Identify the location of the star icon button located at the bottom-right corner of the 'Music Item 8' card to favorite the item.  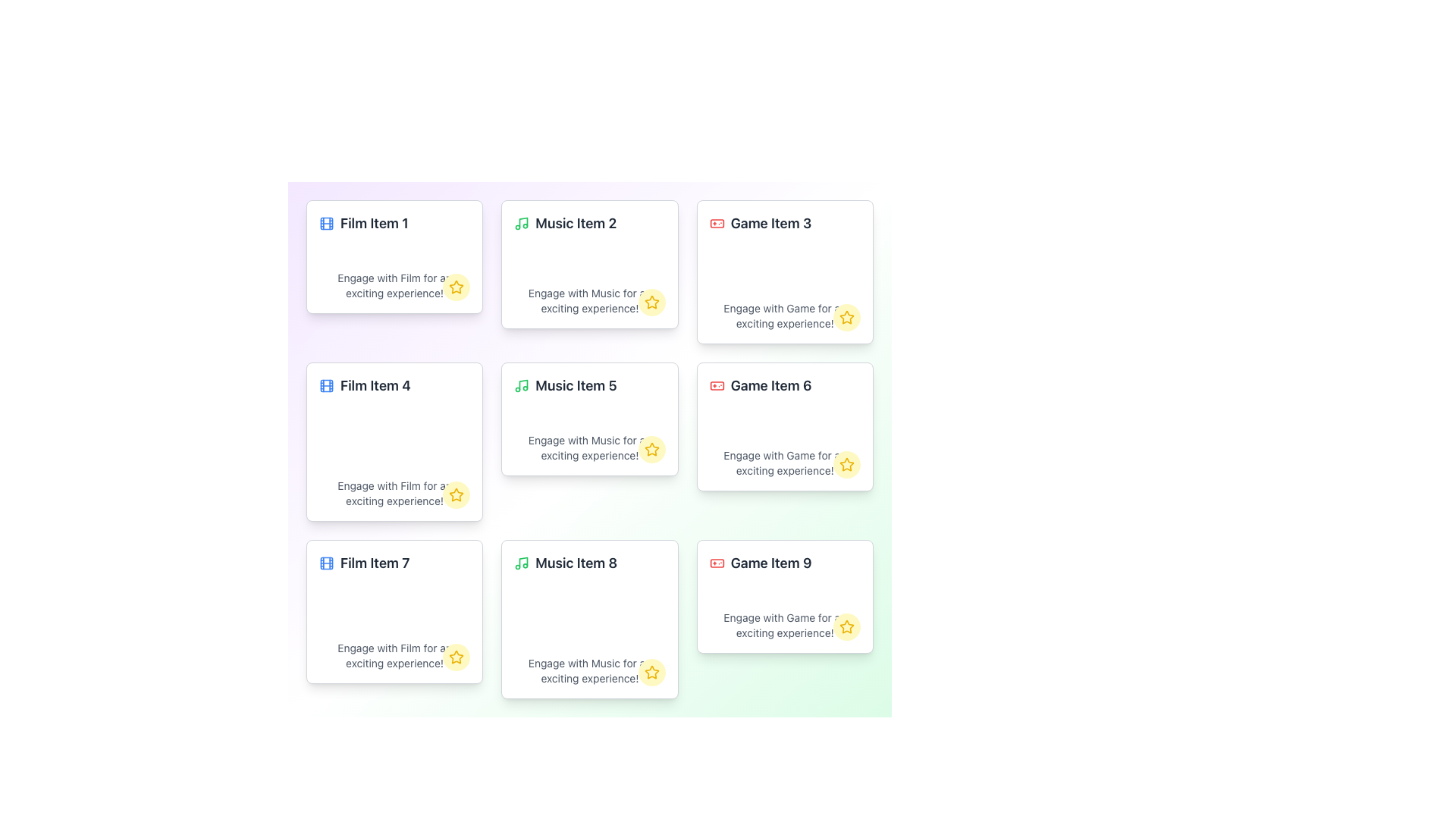
(651, 672).